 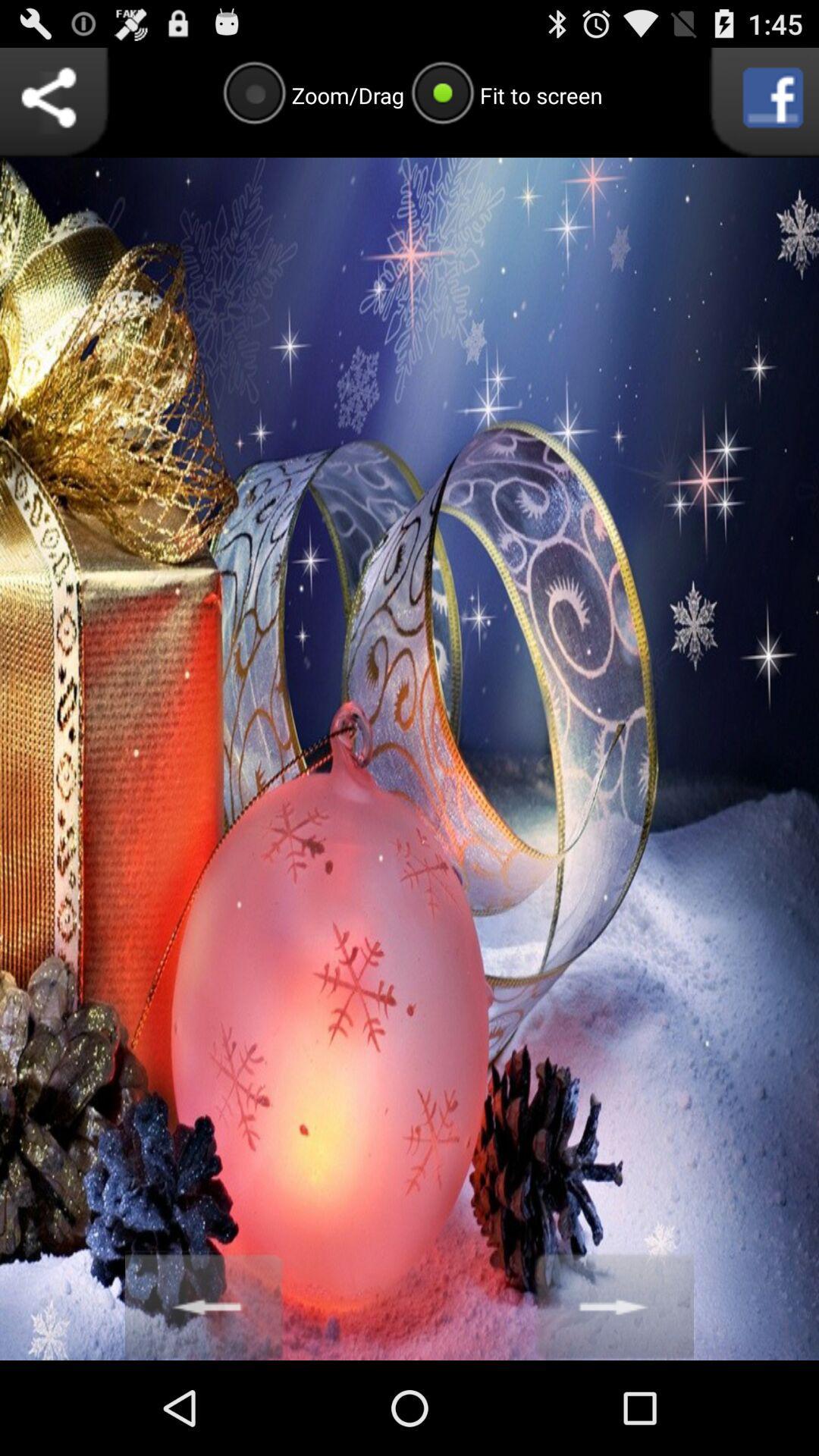 What do you see at coordinates (614, 1304) in the screenshot?
I see `go forward` at bounding box center [614, 1304].